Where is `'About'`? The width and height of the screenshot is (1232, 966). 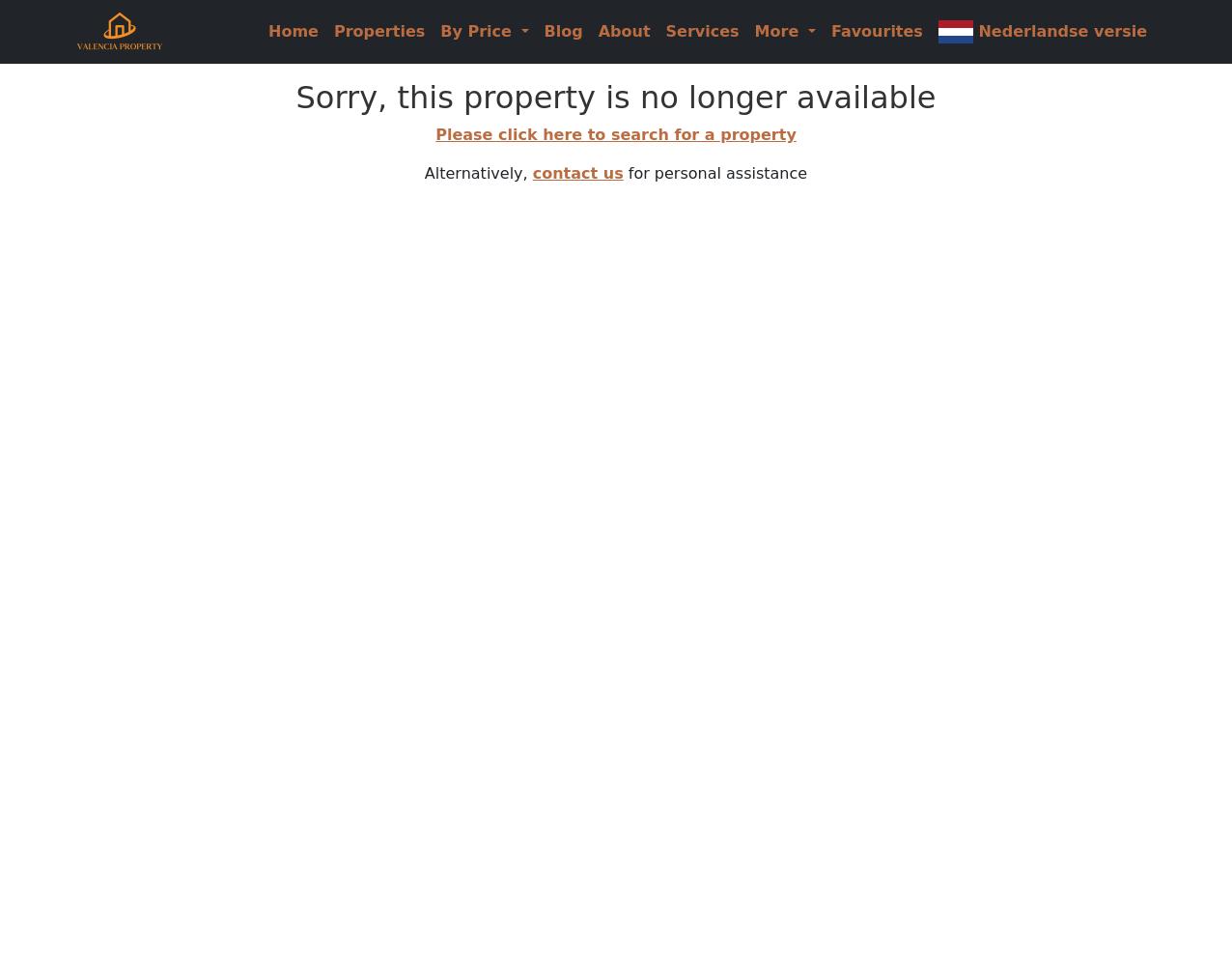 'About' is located at coordinates (624, 30).